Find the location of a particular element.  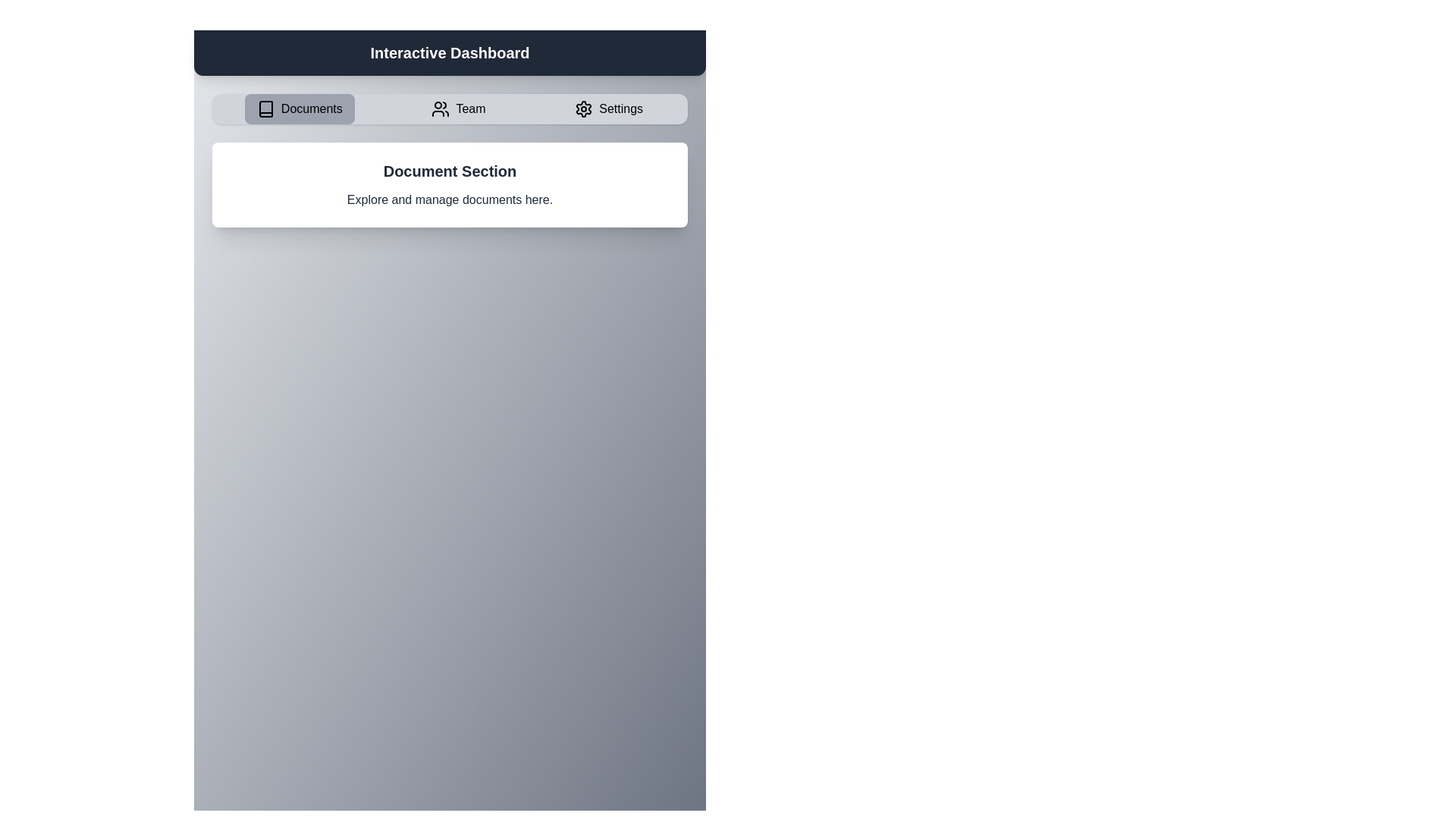

the 'Documents' button located in the navigation bar, which contains a small, minimalistic book icon is located at coordinates (265, 108).